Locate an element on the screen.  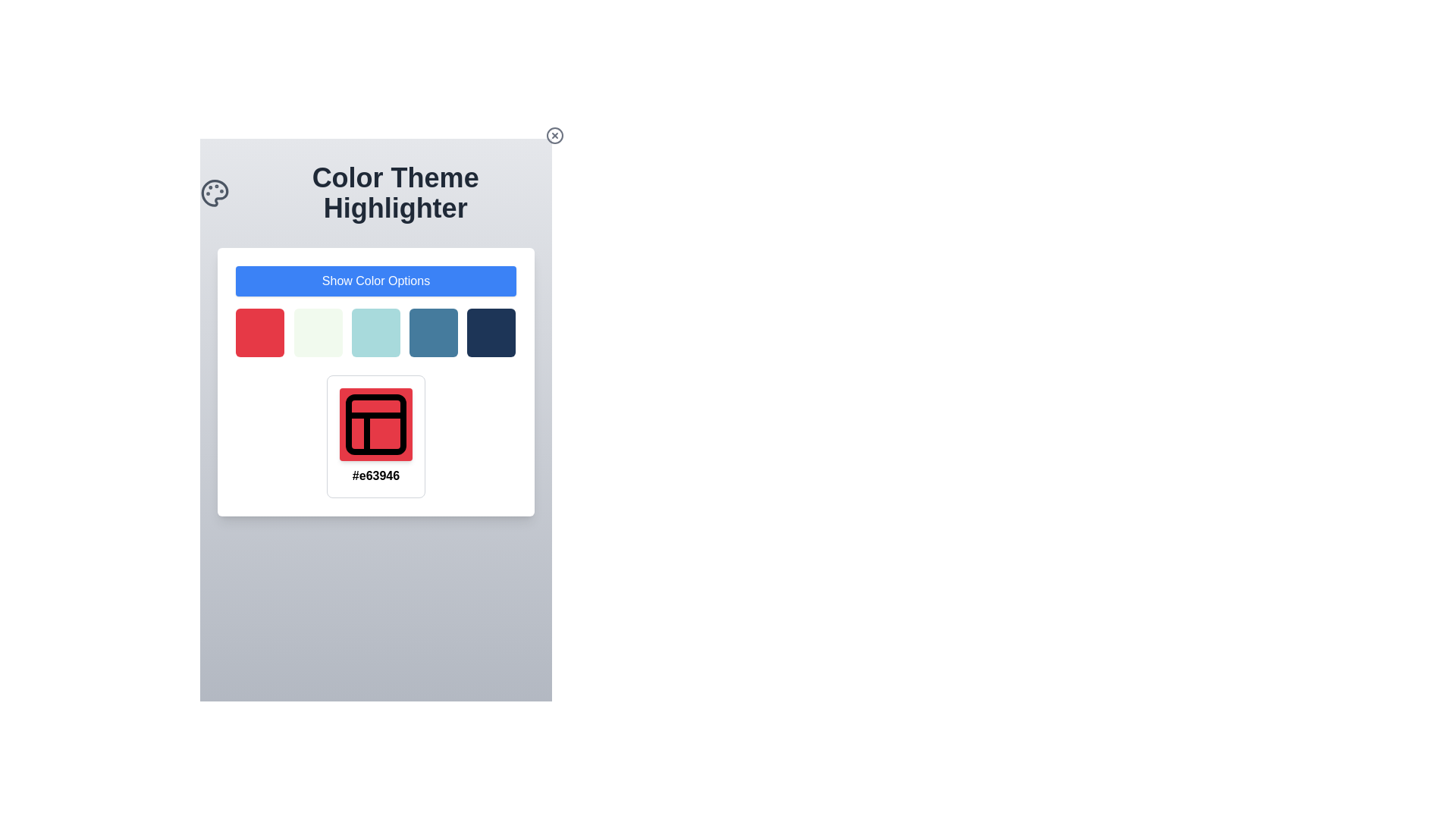
the third selectable grid item in the horizontal row below the 'Color Theme Highlighter' title and 'Show Color Options' button is located at coordinates (375, 332).